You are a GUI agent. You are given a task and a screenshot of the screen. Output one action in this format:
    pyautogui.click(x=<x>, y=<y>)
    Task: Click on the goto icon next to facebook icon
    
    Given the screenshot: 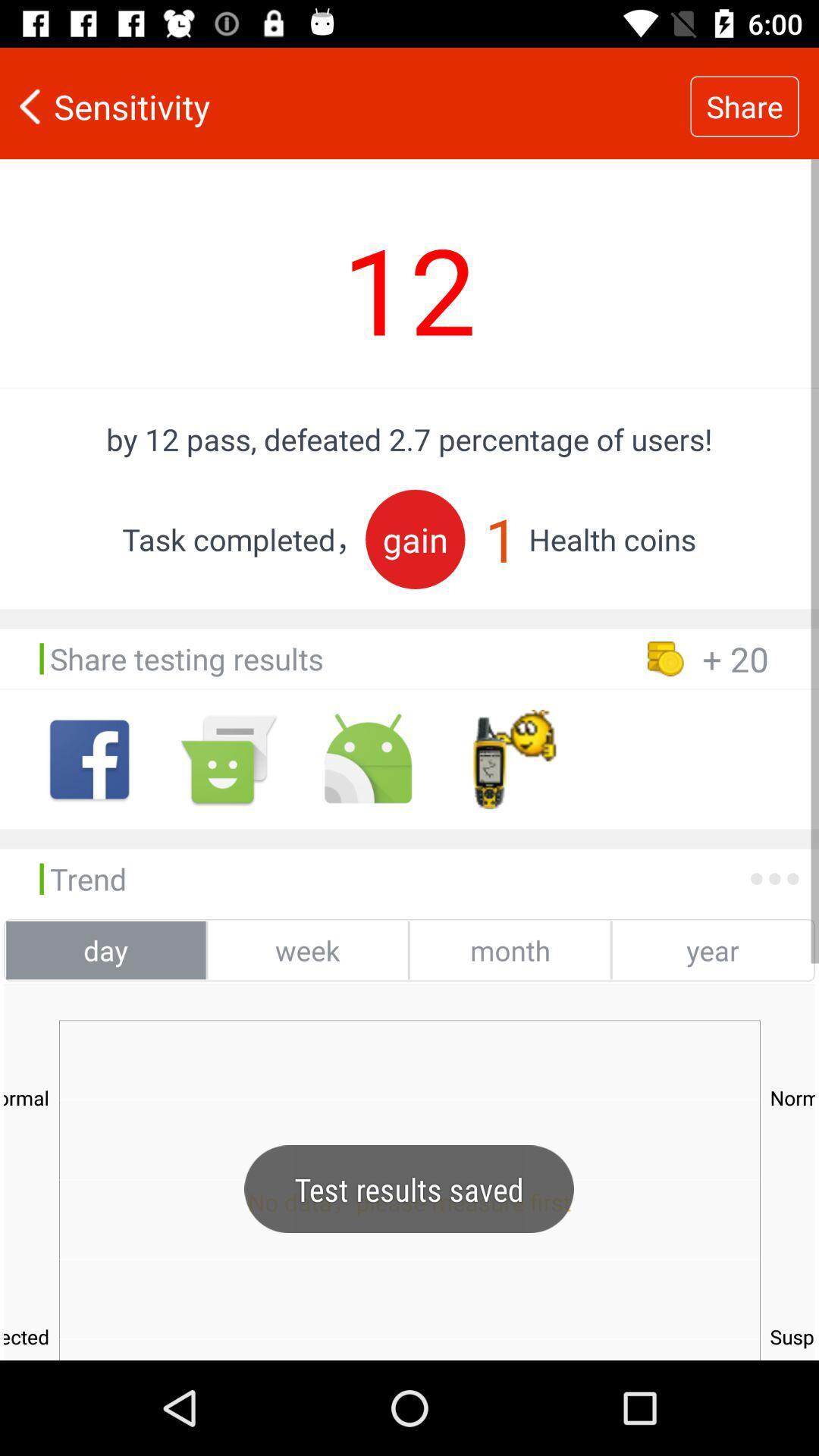 What is the action you would take?
    pyautogui.click(x=228, y=759)
    